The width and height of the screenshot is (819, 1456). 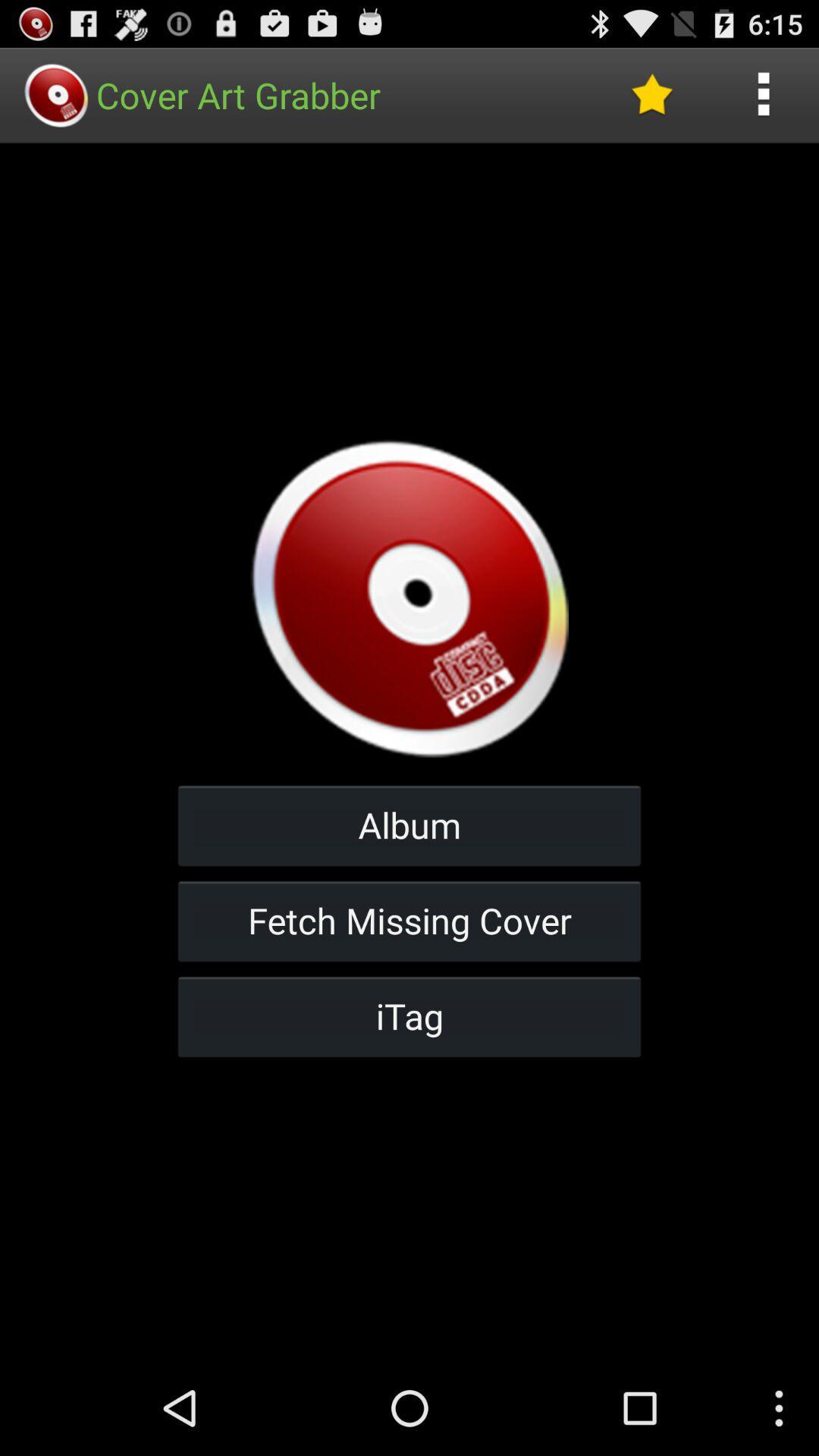 What do you see at coordinates (651, 94) in the screenshot?
I see `the icon to the right of the cover art grabber icon` at bounding box center [651, 94].